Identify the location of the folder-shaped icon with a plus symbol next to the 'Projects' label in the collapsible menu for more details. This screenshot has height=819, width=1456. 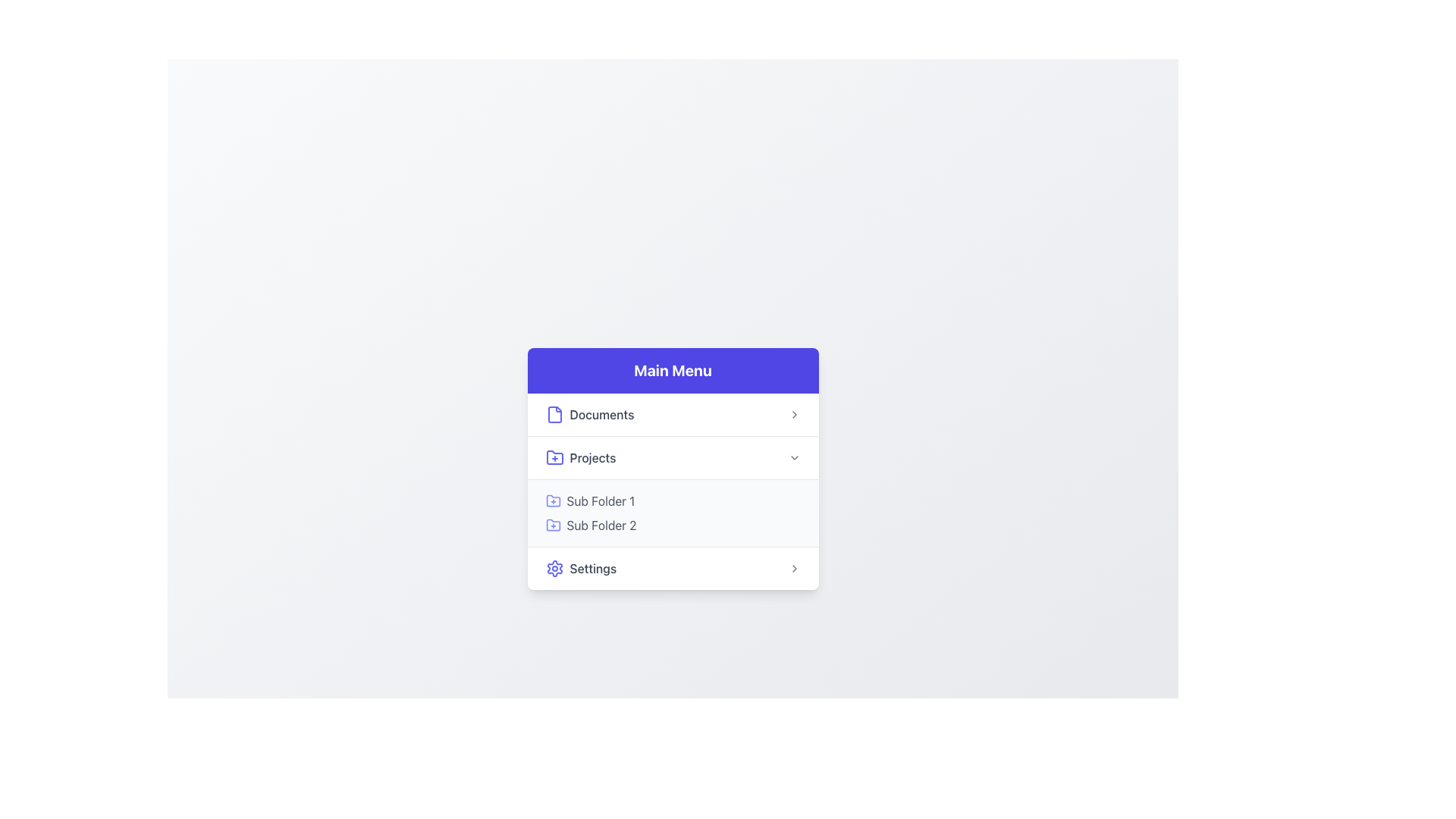
(554, 456).